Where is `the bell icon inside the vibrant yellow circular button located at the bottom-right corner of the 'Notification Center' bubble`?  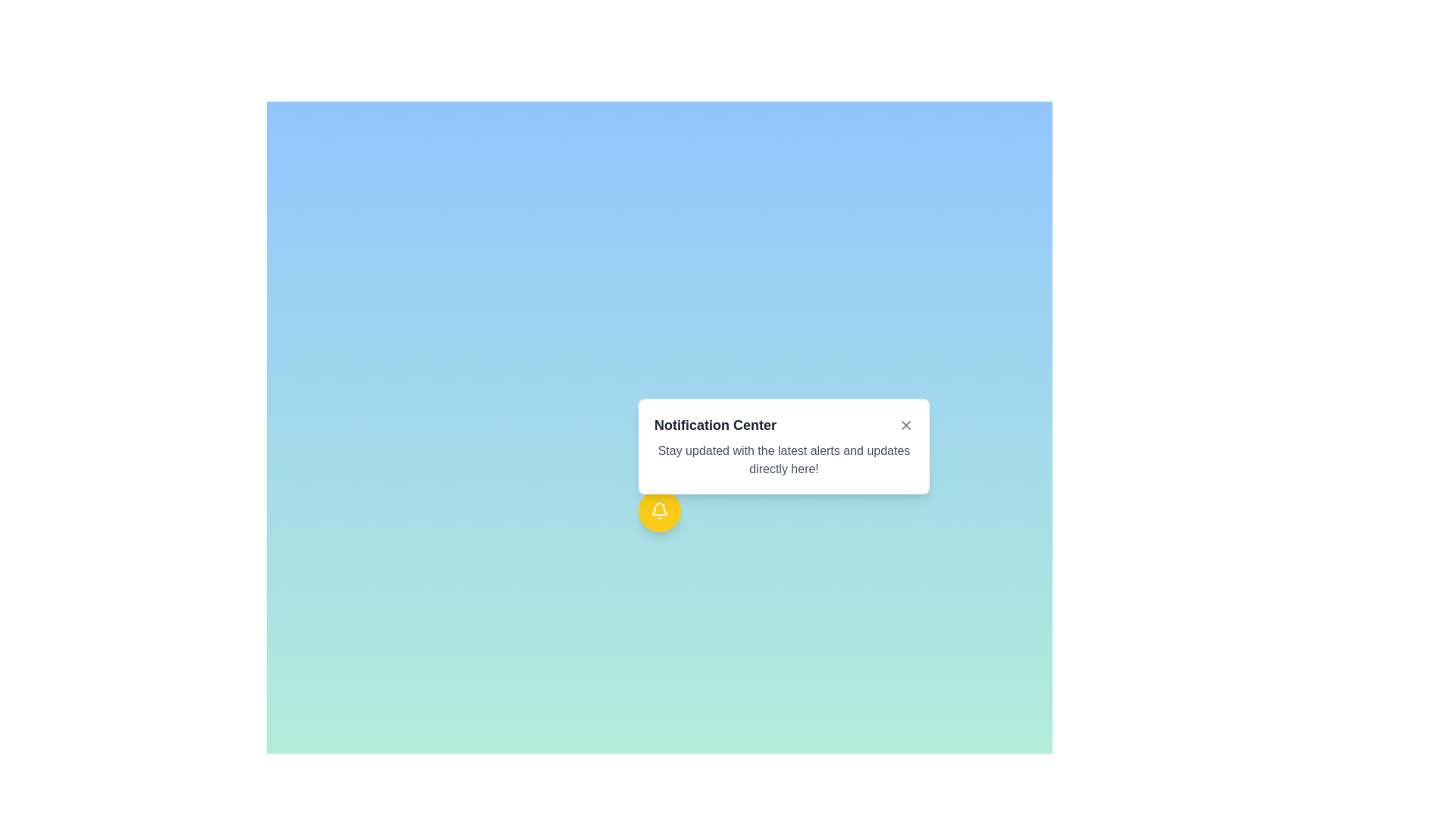 the bell icon inside the vibrant yellow circular button located at the bottom-right corner of the 'Notification Center' bubble is located at coordinates (659, 511).